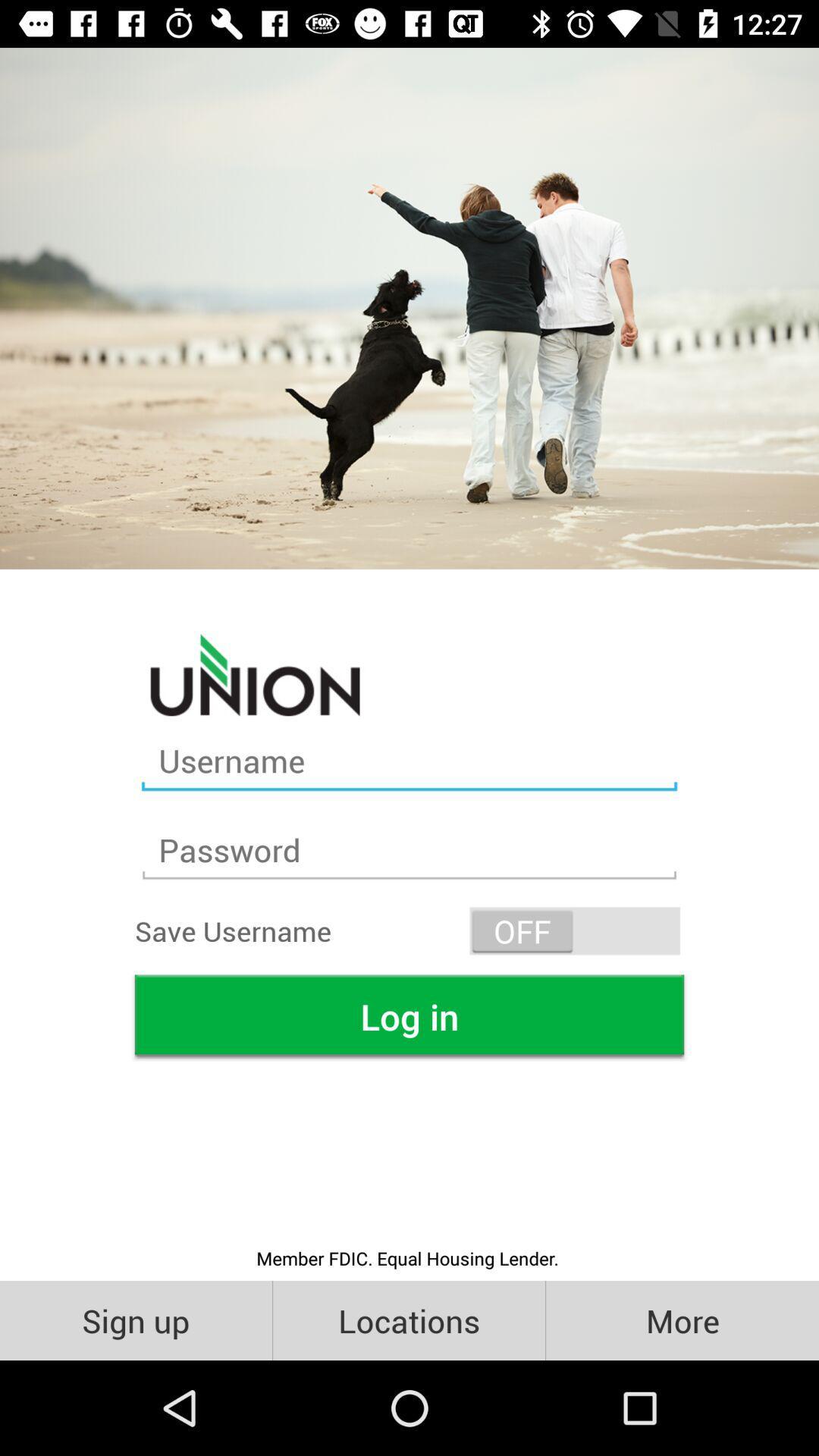 This screenshot has width=819, height=1456. Describe the element at coordinates (409, 850) in the screenshot. I see `password` at that location.